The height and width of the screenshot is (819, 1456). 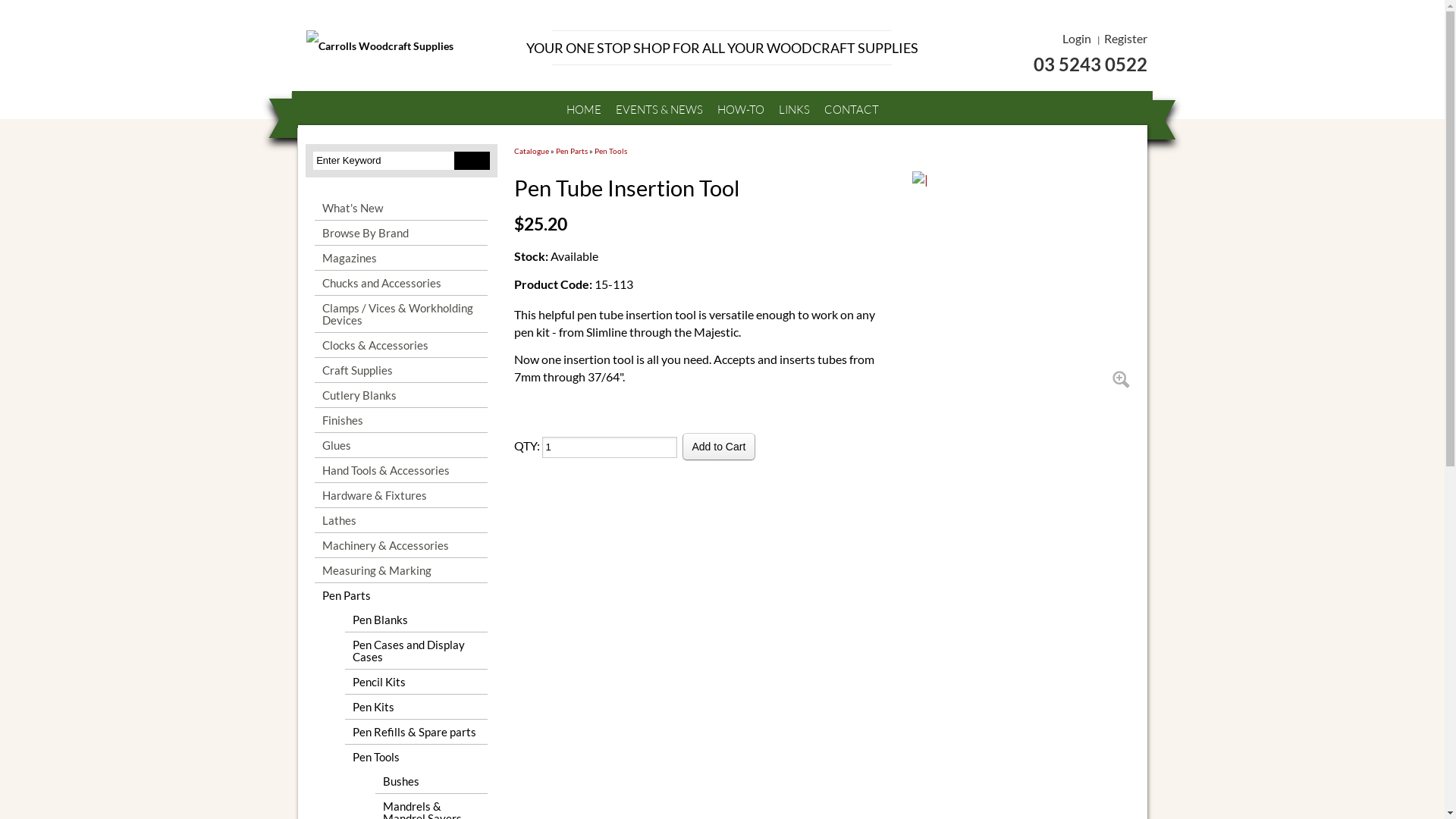 What do you see at coordinates (1103, 37) in the screenshot?
I see `'Register'` at bounding box center [1103, 37].